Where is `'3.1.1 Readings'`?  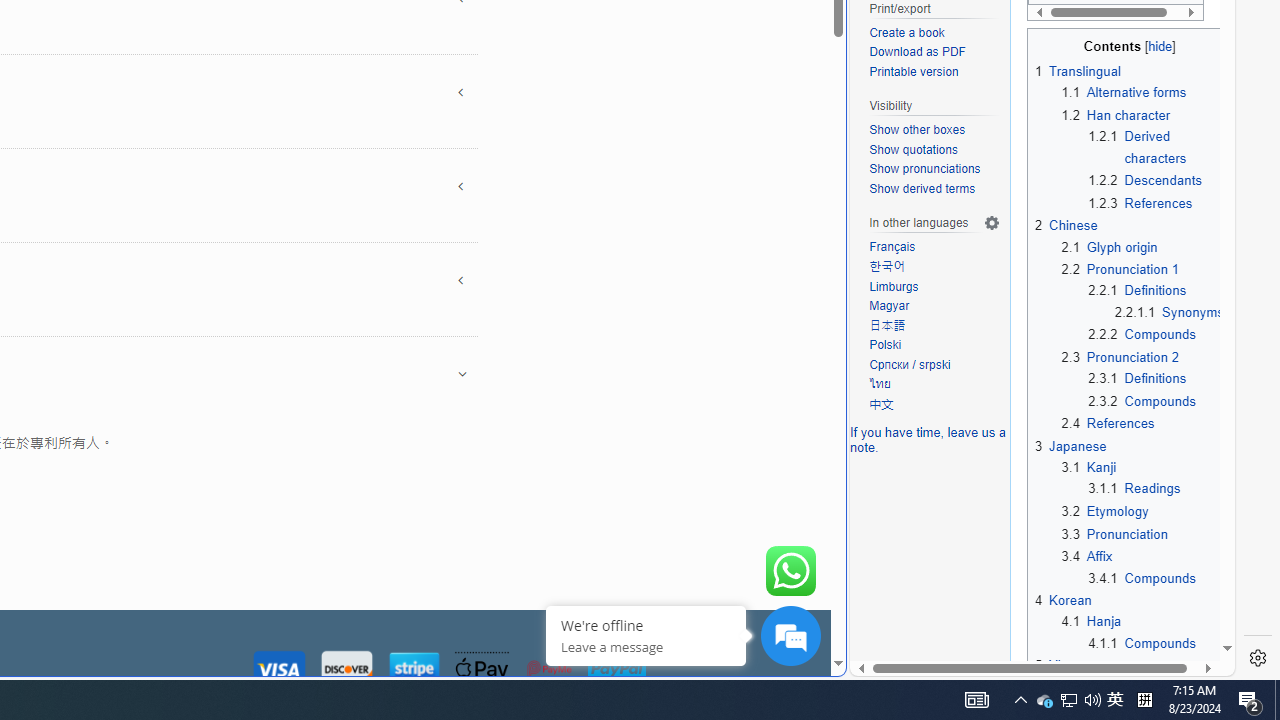 '3.1.1 Readings' is located at coordinates (1134, 488).